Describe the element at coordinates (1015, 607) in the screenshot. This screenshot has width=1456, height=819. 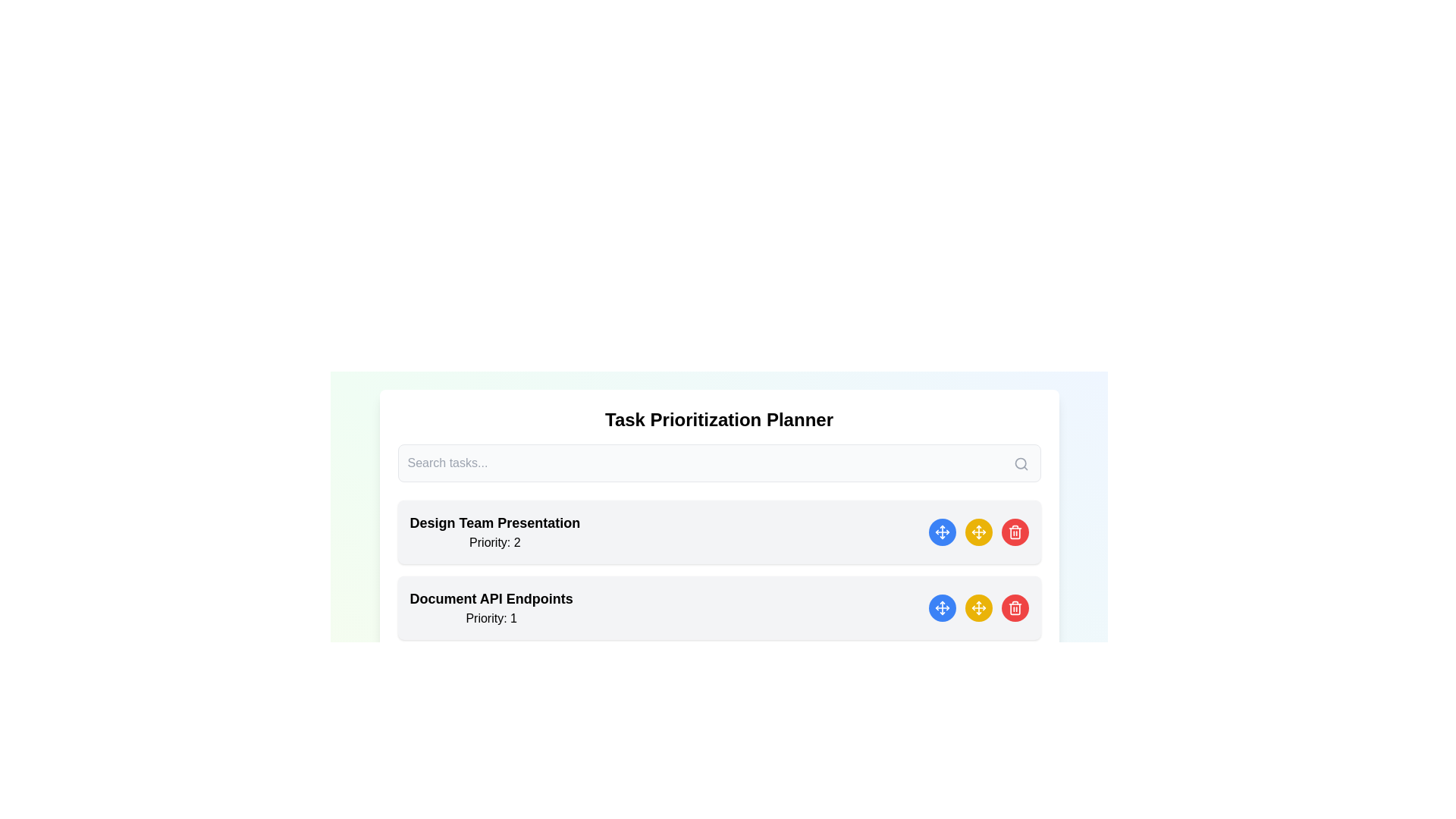
I see `the circular red button with a white trash bin icon, located on the rightmost side of the button group in the 'Task Prioritization Planner' interface, to change its background color` at that location.